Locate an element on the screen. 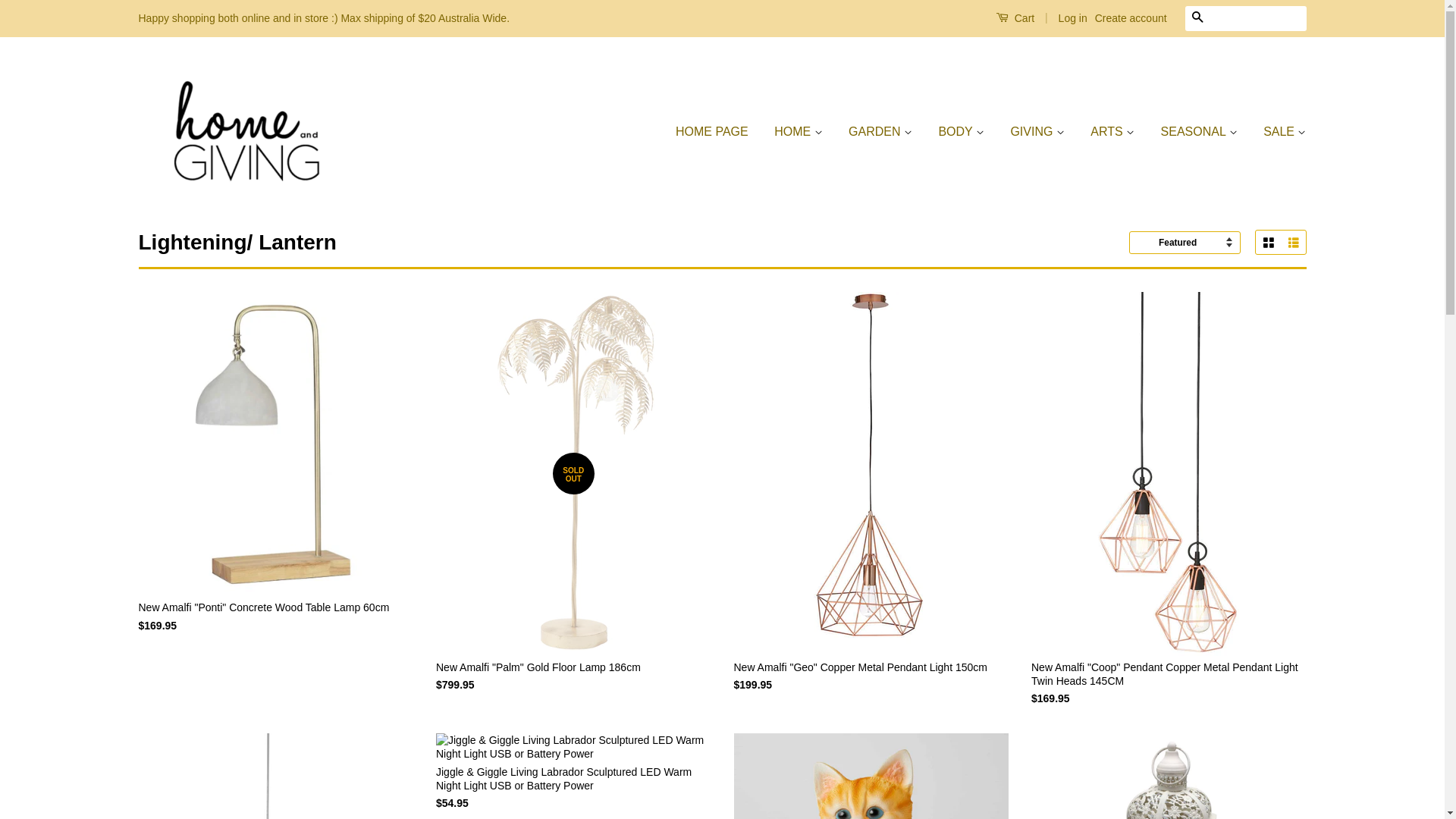 Image resolution: width=1456 pixels, height=819 pixels. 'ARTS' is located at coordinates (1078, 131).